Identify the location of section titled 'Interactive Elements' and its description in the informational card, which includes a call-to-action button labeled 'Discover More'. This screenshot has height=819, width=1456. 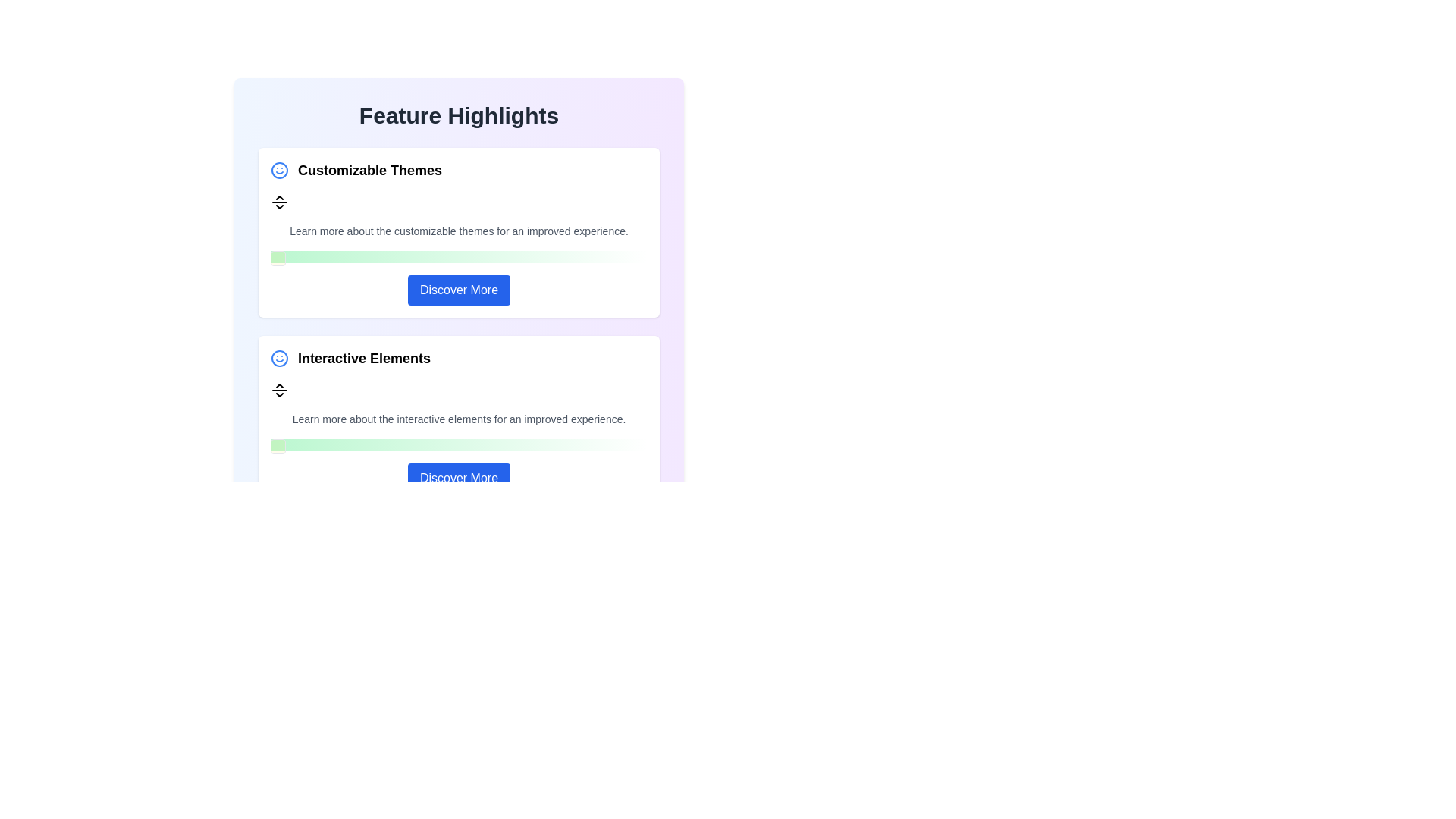
(458, 421).